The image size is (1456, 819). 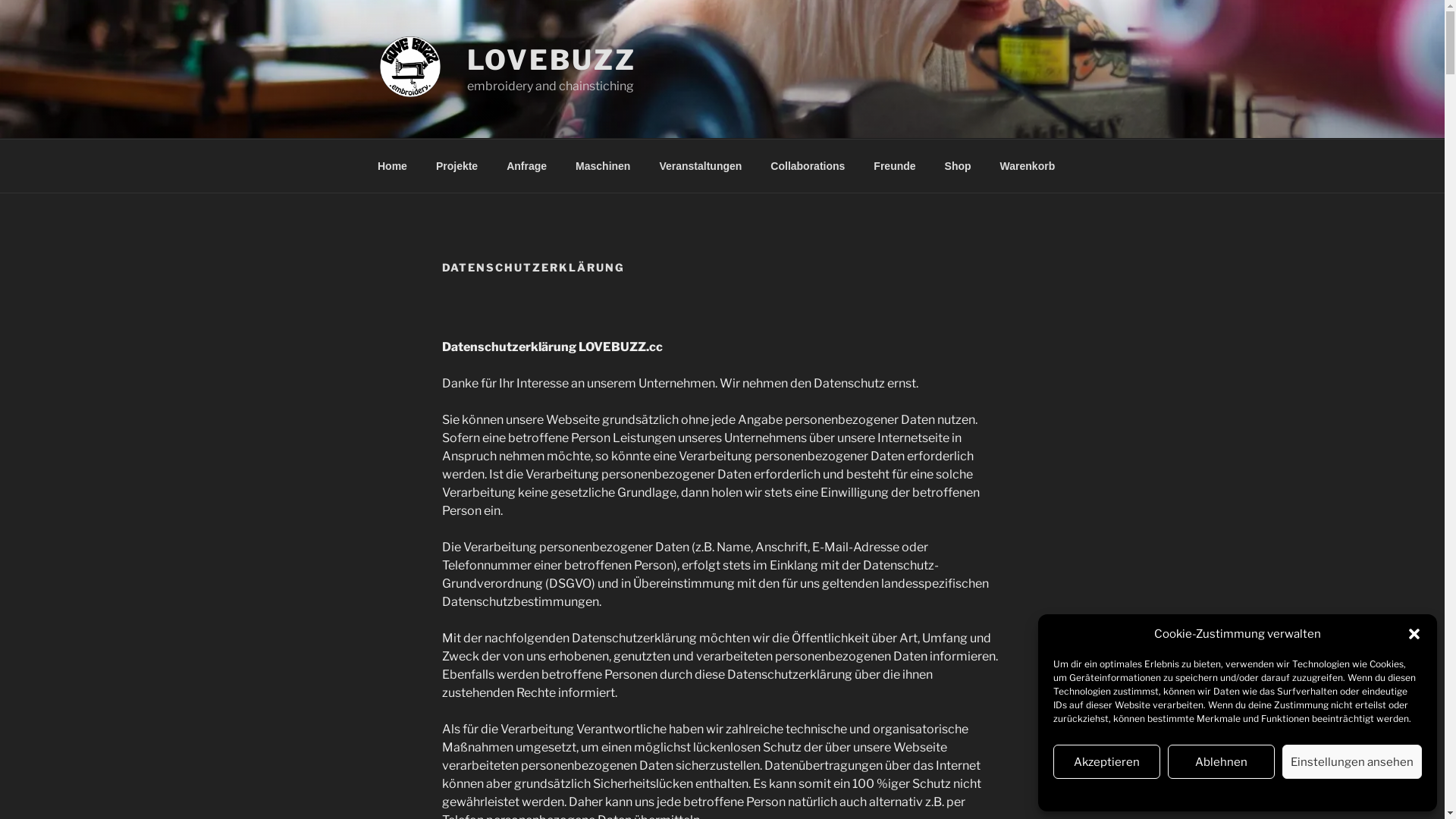 What do you see at coordinates (1281, 761) in the screenshot?
I see `'Einstellungen ansehen'` at bounding box center [1281, 761].